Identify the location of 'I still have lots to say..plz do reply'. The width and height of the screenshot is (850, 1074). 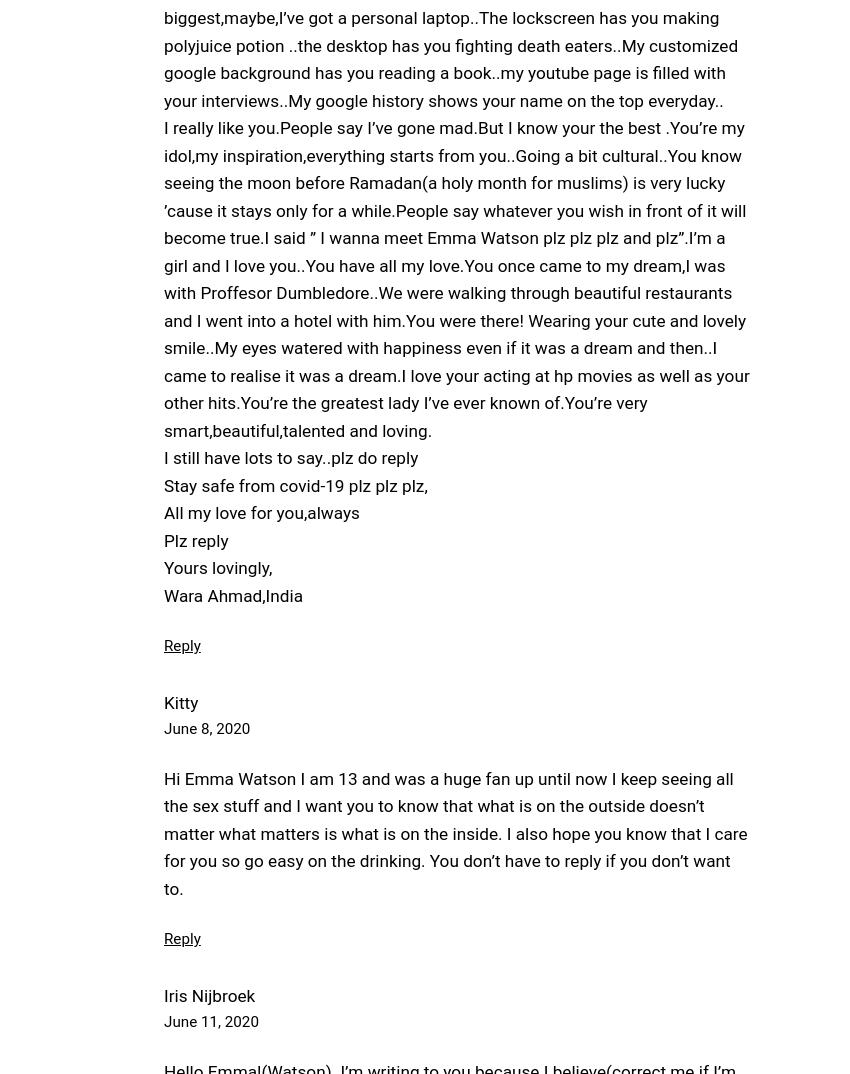
(163, 456).